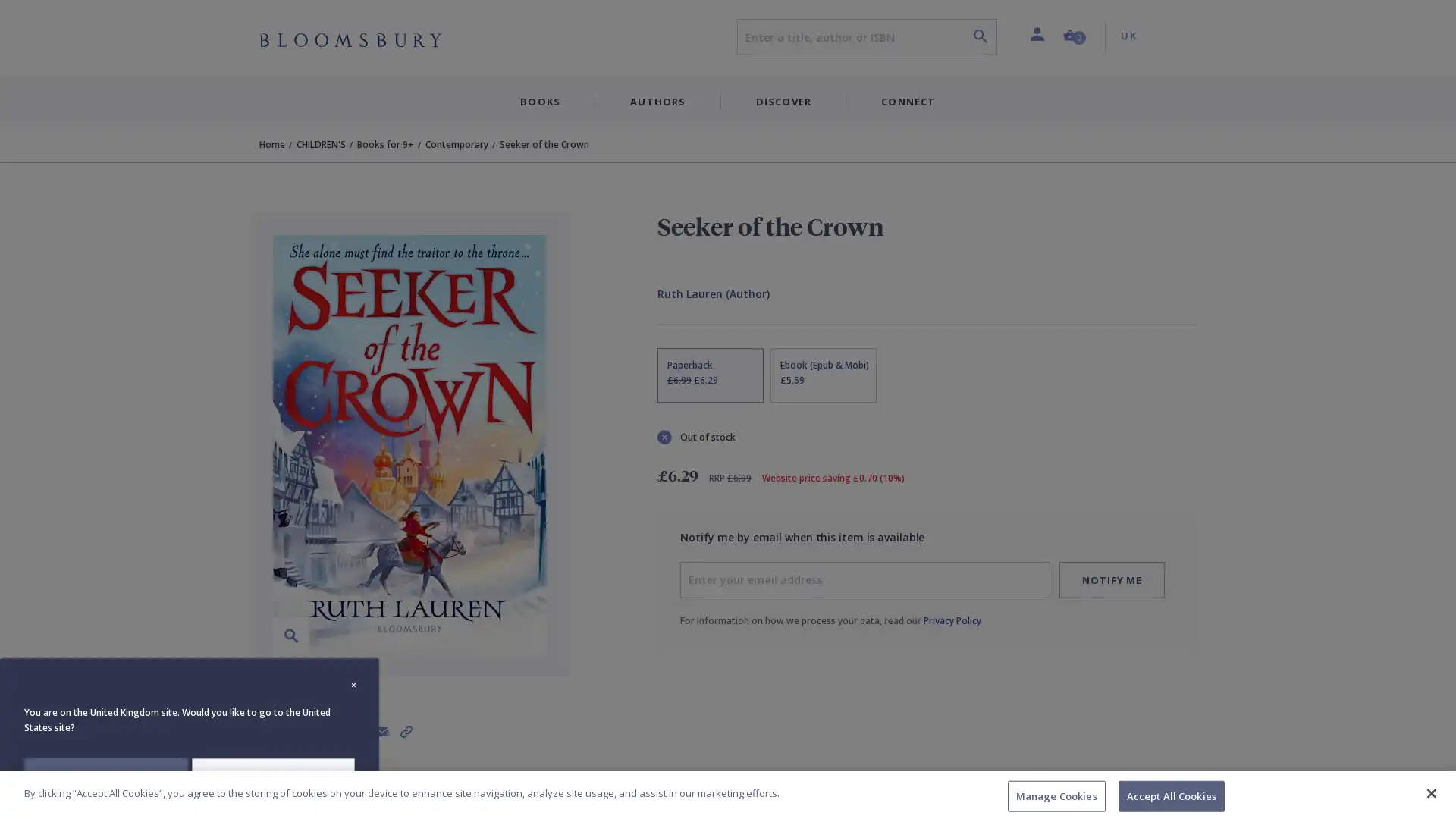 The height and width of the screenshot is (819, 1456). I want to click on REDIRECT, so click(273, 776).